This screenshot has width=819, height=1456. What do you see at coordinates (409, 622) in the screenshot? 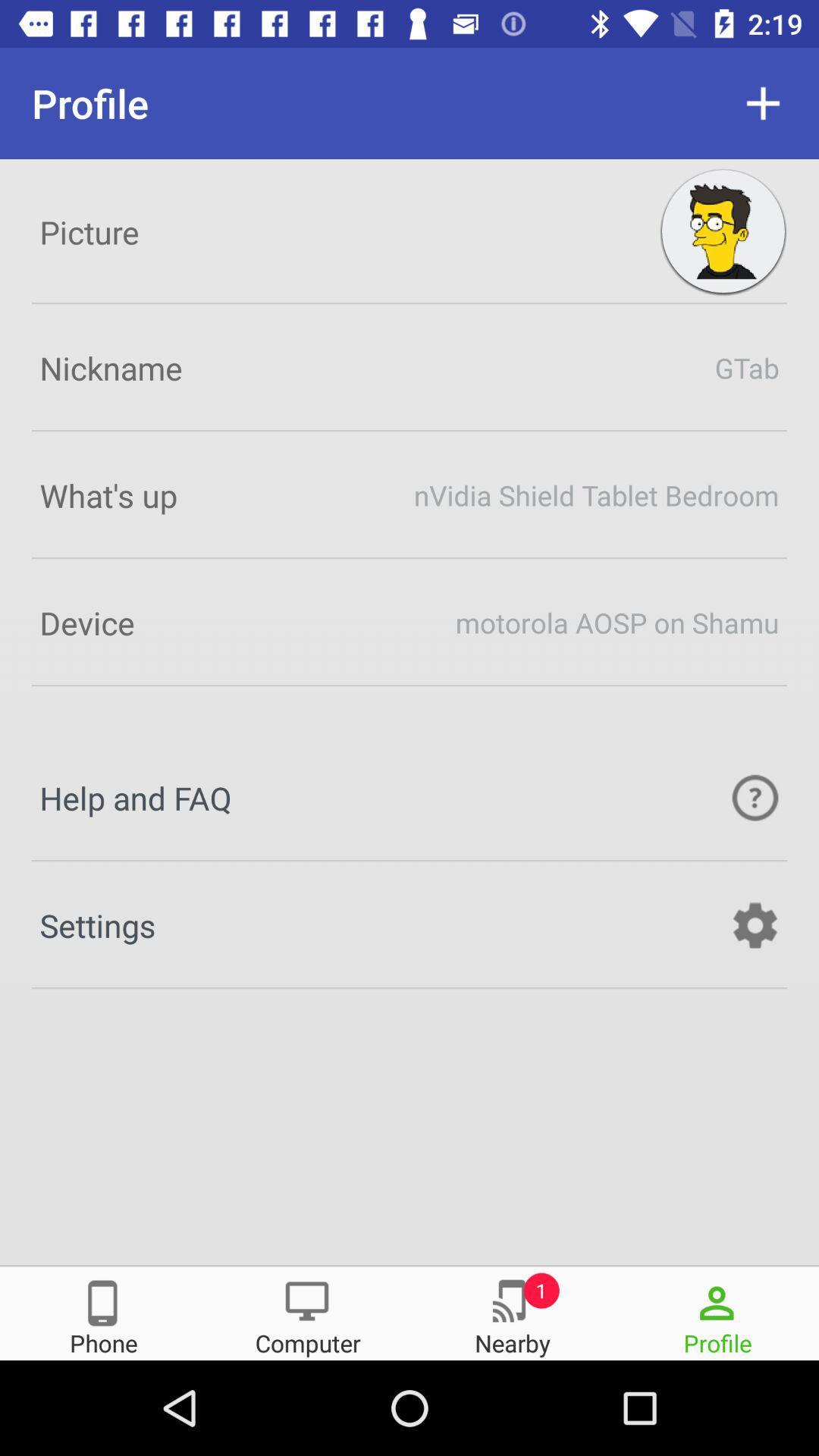
I see `the 4th line` at bounding box center [409, 622].